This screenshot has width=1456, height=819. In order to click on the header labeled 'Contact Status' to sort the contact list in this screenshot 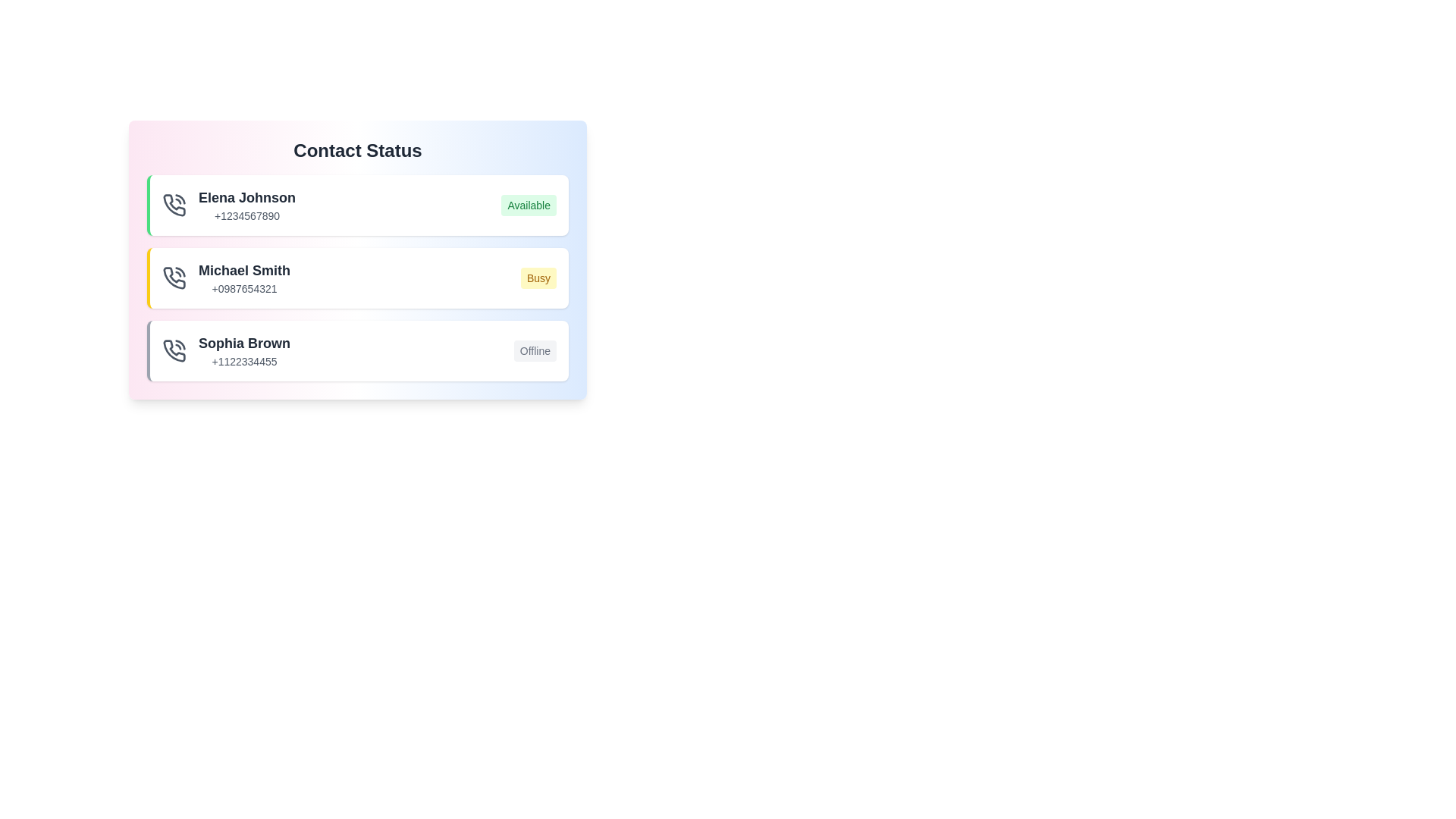, I will do `click(356, 151)`.